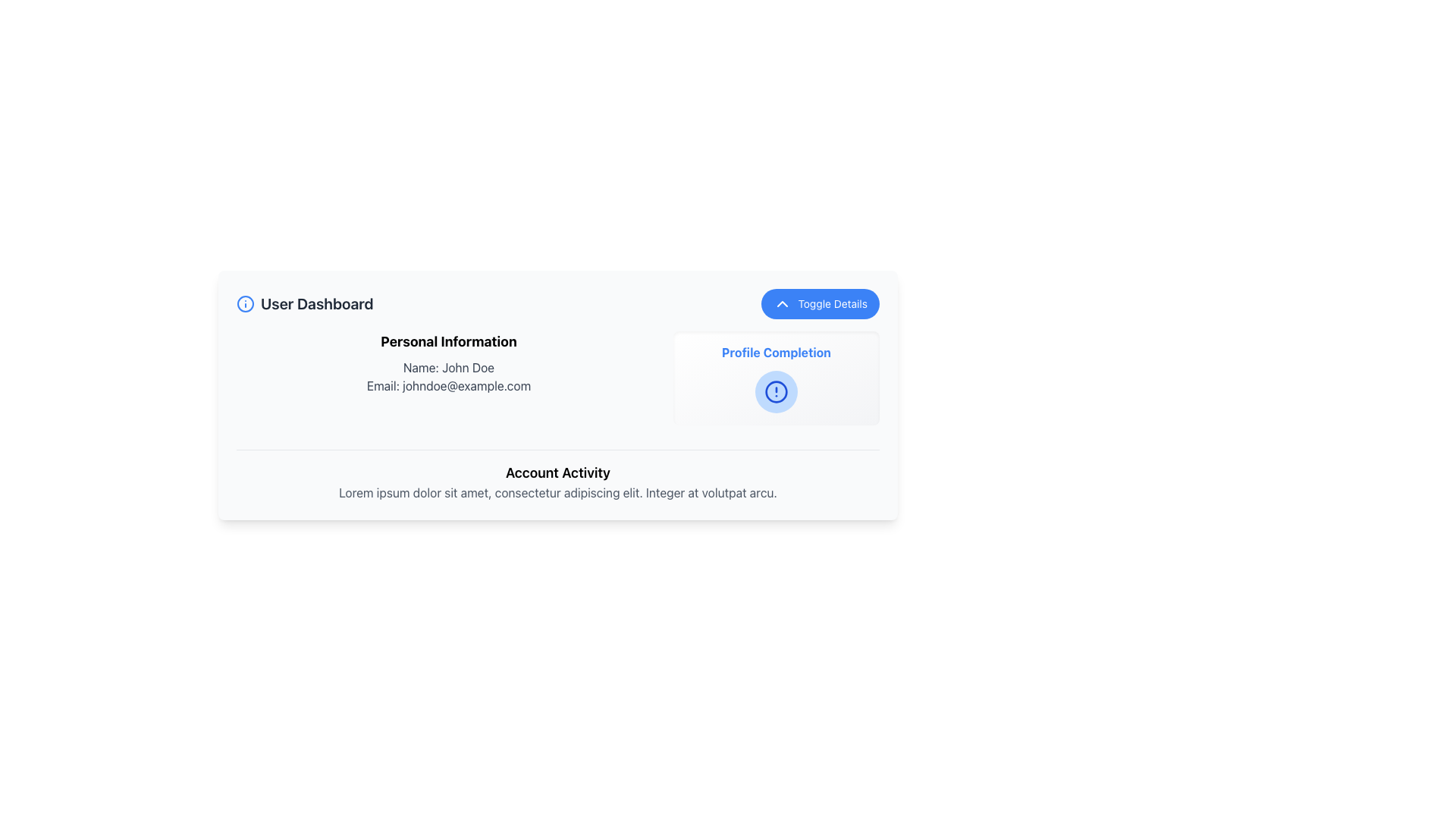 The image size is (1456, 819). I want to click on the 'Information Panel' in the 'User Dashboard' that displays user details such as 'Name: John Doe' and 'Email: johndoe@example.com', so click(557, 416).